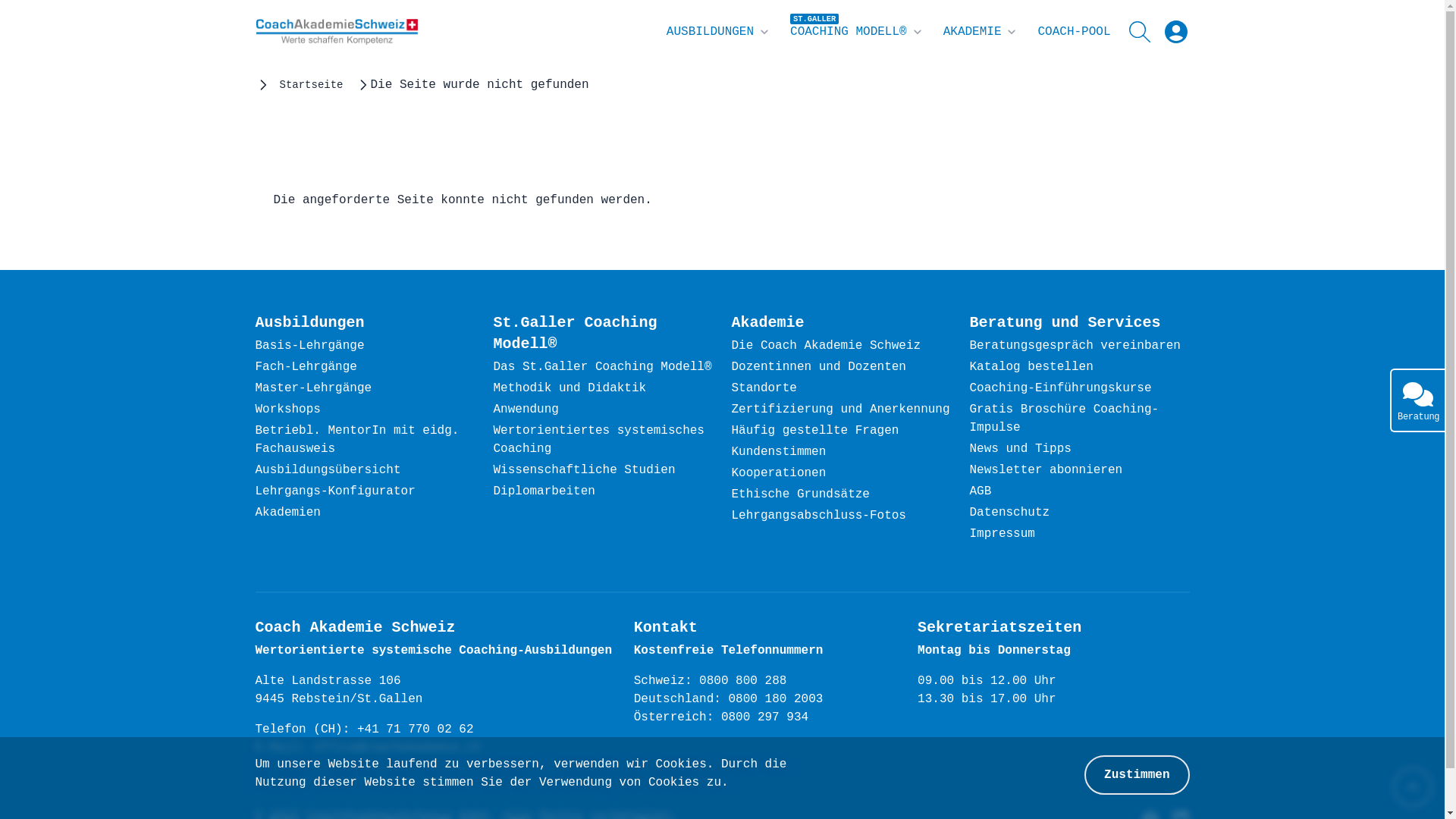  Describe the element at coordinates (731, 409) in the screenshot. I see `'Zertifizierung und Anerkennung'` at that location.